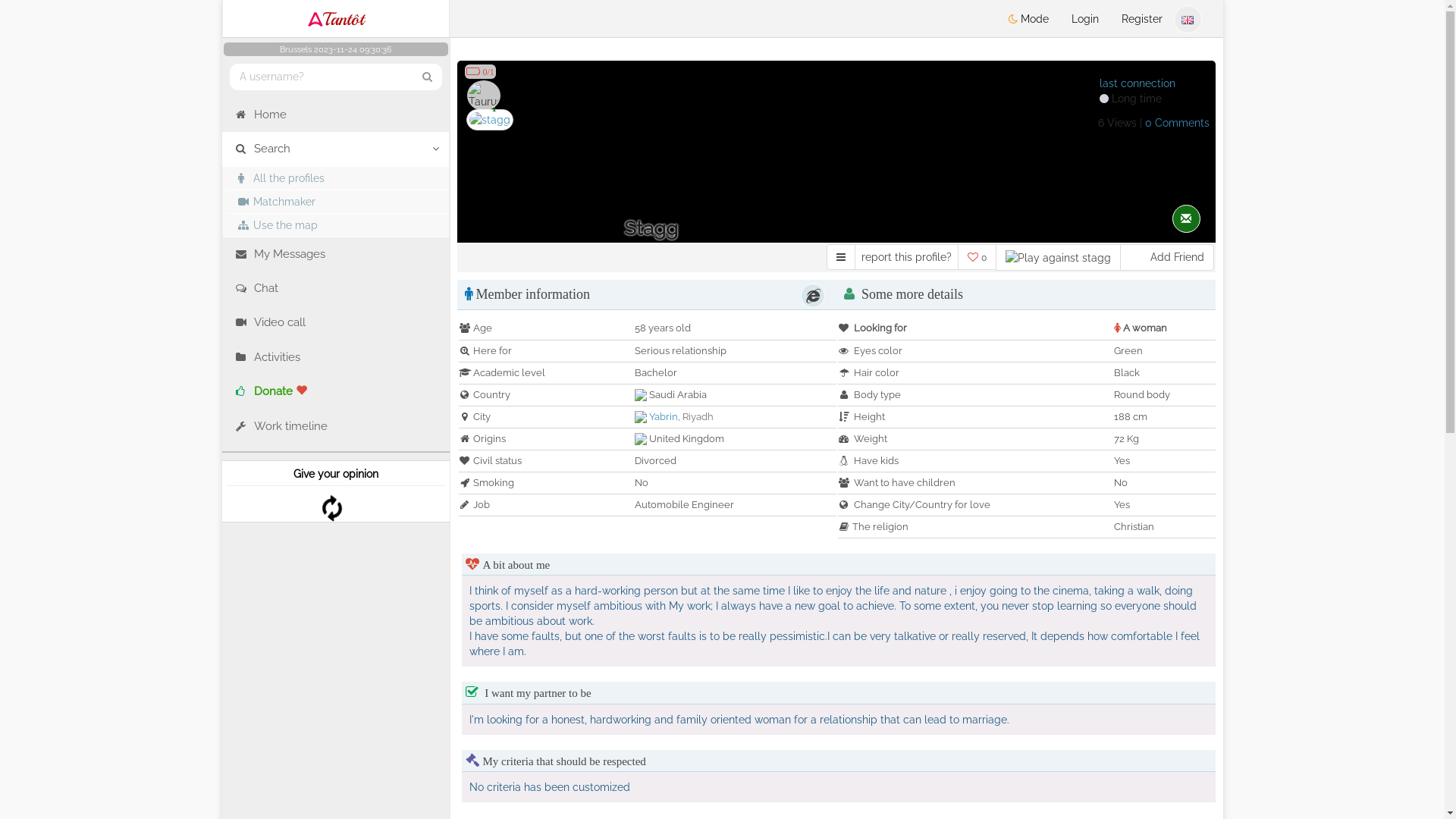 The height and width of the screenshot is (819, 1456). Describe the element at coordinates (682, 416) in the screenshot. I see `'Riyadh'` at that location.